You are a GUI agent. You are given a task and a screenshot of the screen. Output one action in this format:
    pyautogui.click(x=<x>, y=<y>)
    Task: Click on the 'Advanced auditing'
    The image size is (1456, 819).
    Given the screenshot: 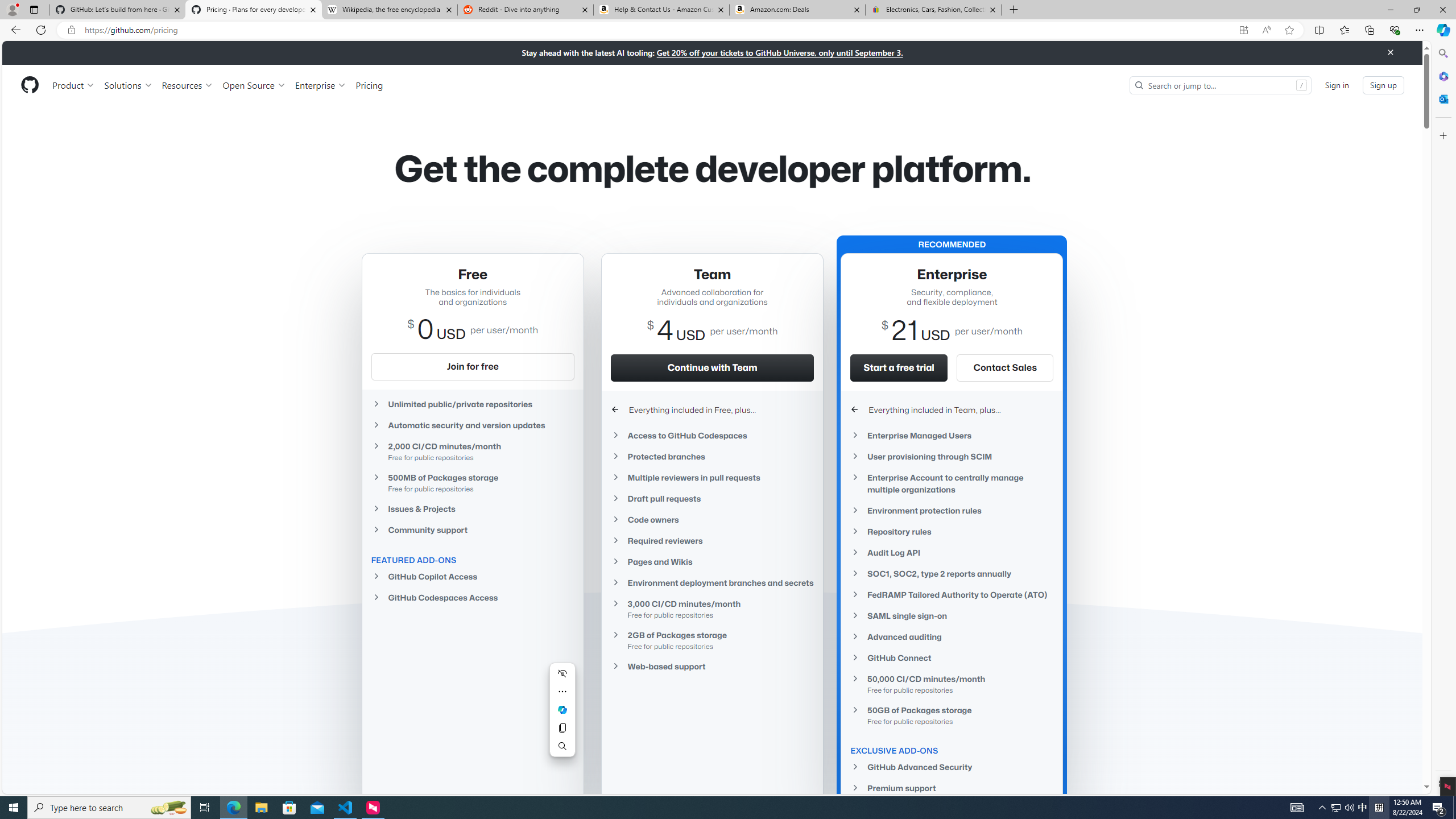 What is the action you would take?
    pyautogui.click(x=952, y=636)
    